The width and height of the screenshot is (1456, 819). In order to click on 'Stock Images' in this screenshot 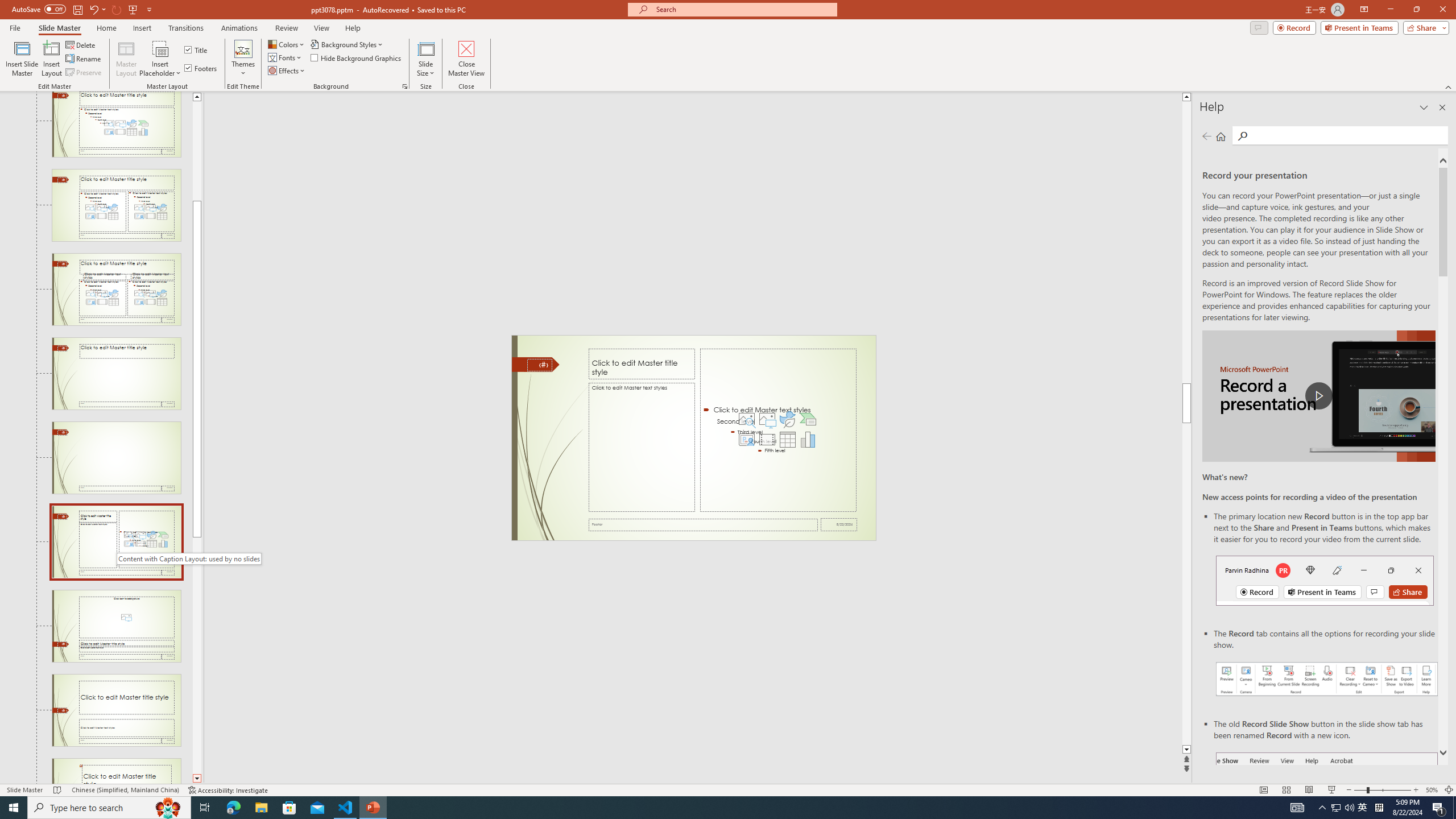, I will do `click(746, 419)`.